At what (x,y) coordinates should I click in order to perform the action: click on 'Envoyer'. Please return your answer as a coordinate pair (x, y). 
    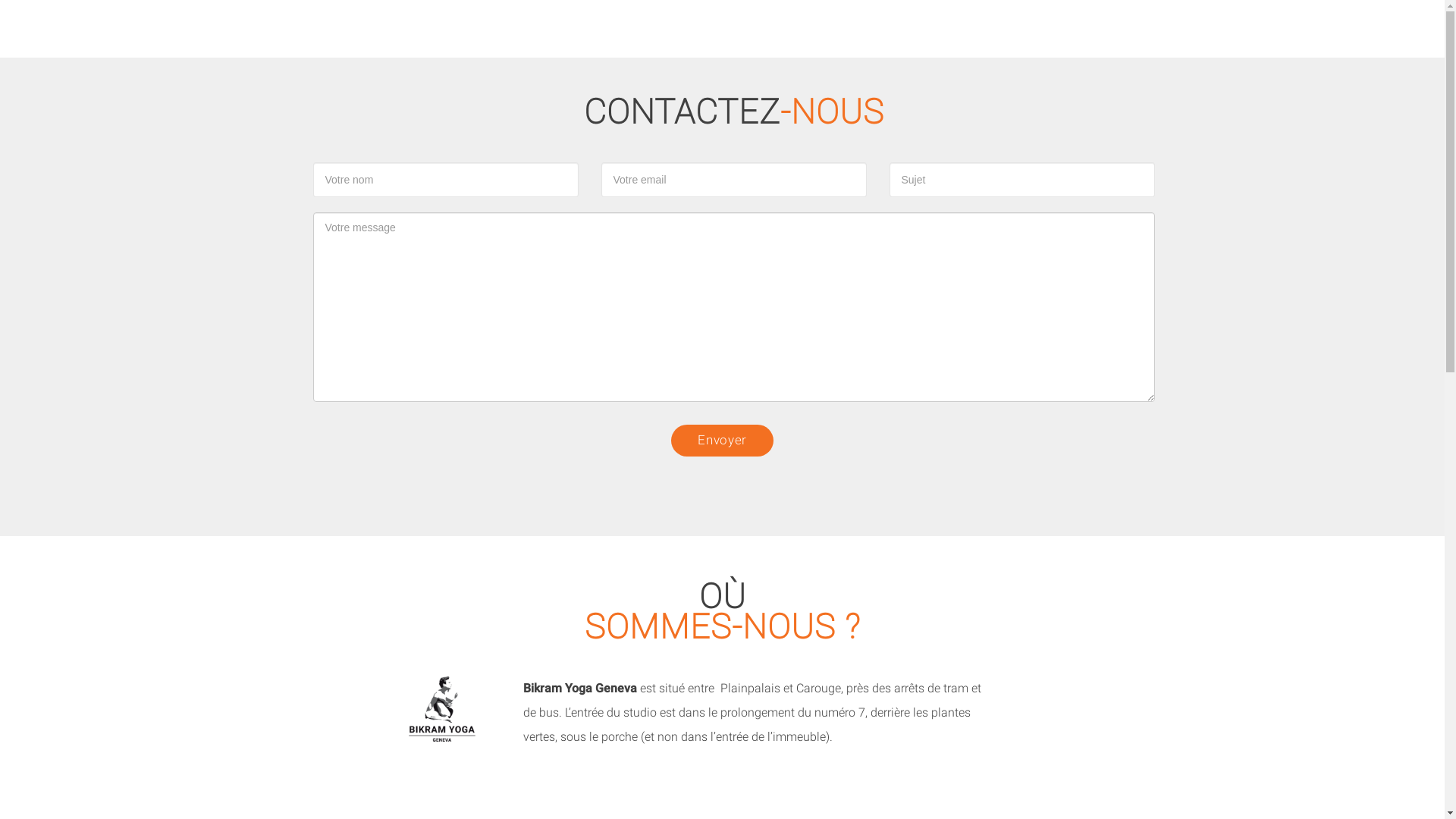
    Looking at the image, I should click on (721, 441).